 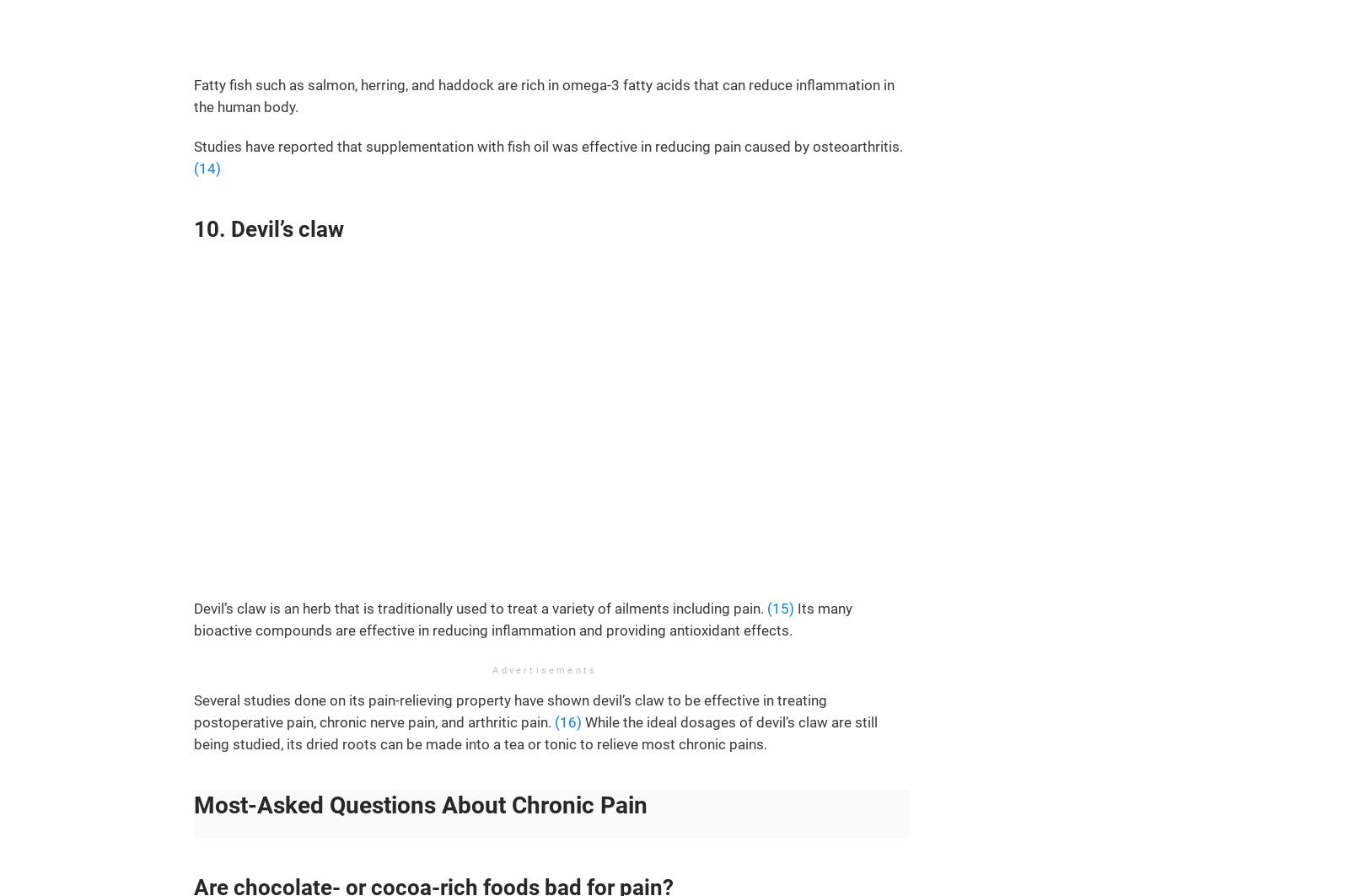 I want to click on 'Devil’s claw is an herb that is traditionally used to treat a variety of ailments including pain.', so click(x=479, y=608).